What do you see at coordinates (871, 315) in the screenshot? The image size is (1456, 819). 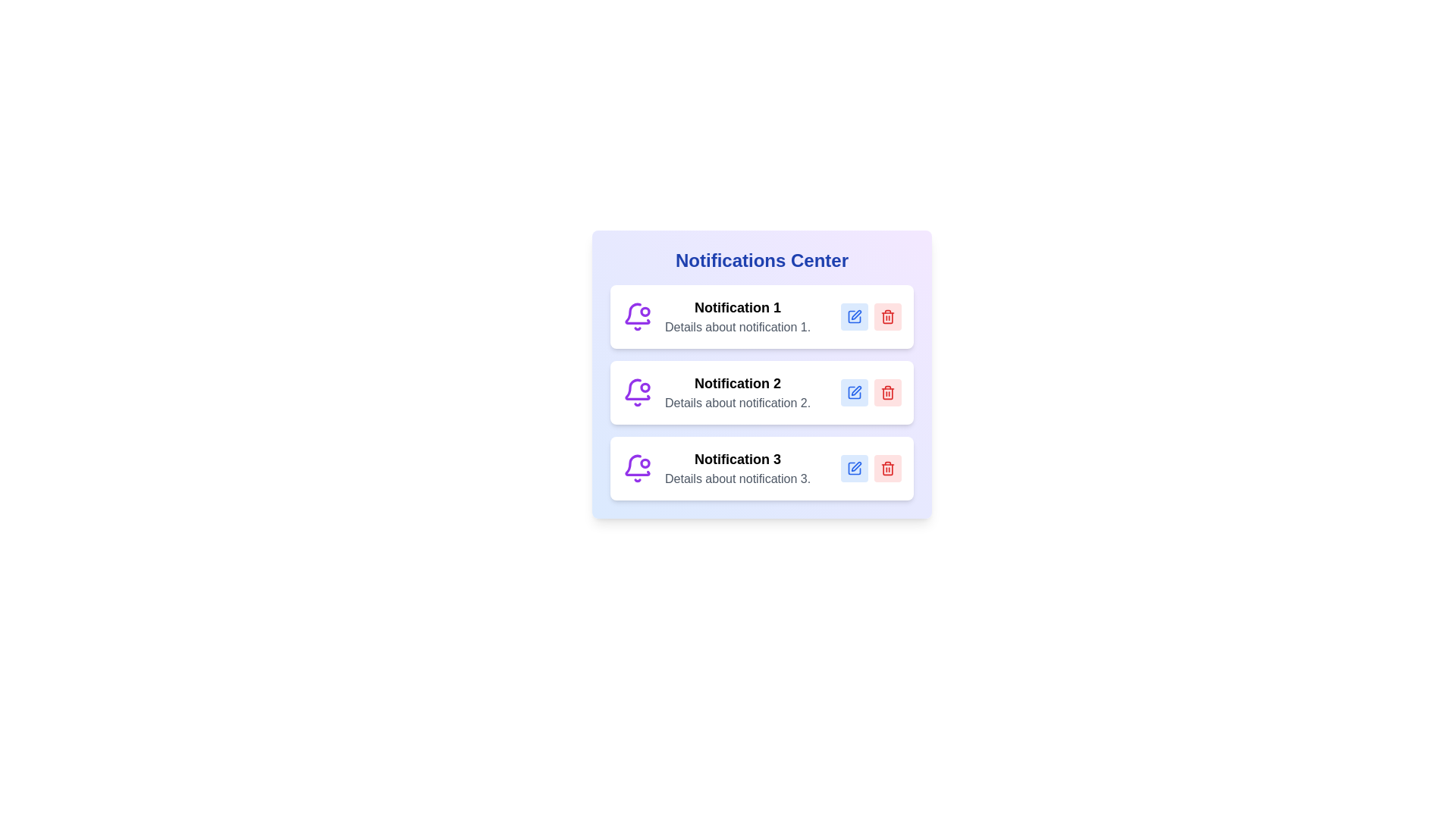 I see `the interactive control group consisting of two buttons for editing and deleting notifications located at the topmost notification card in the notification list` at bounding box center [871, 315].